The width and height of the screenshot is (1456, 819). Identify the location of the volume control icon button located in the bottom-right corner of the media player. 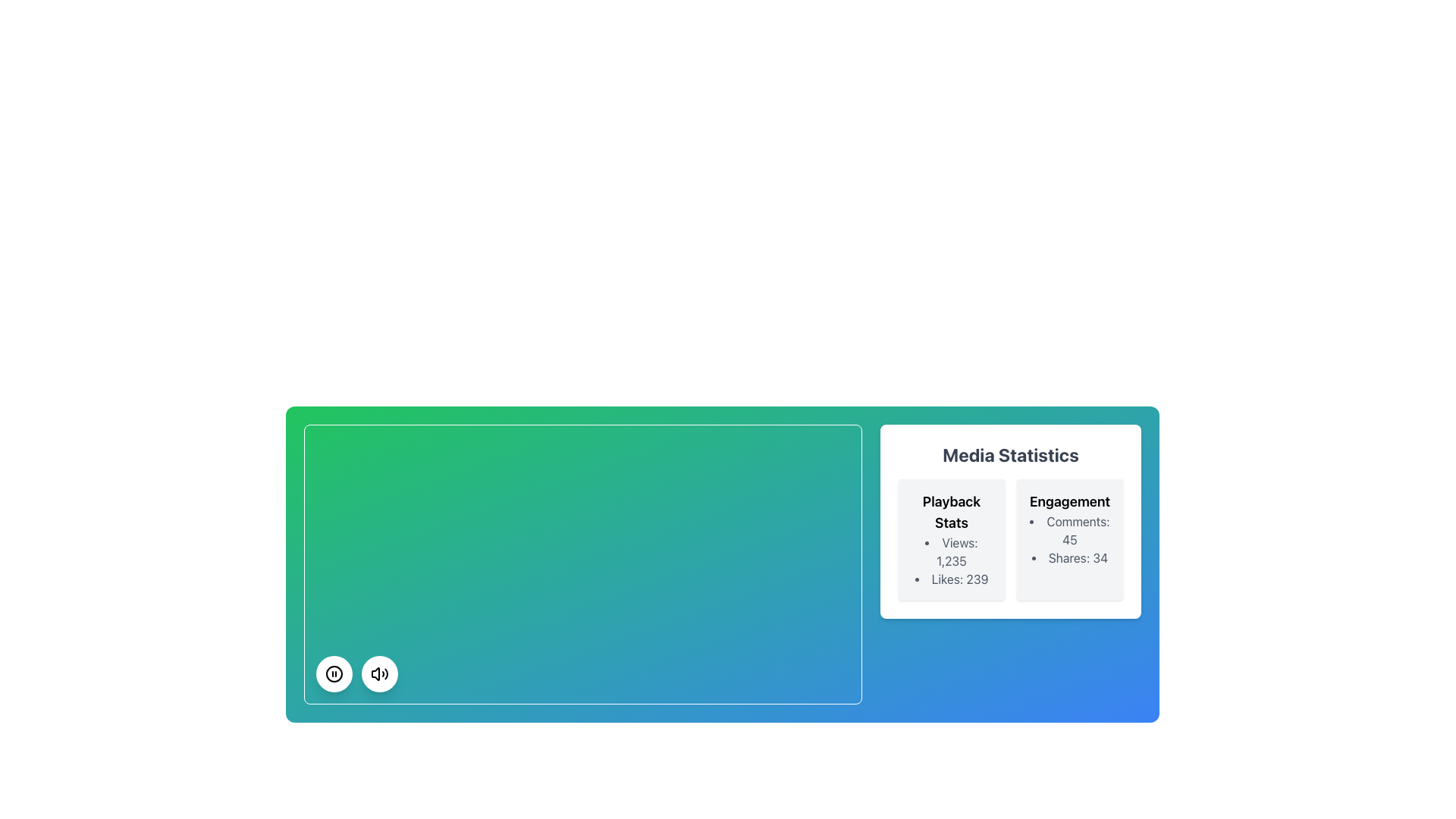
(379, 673).